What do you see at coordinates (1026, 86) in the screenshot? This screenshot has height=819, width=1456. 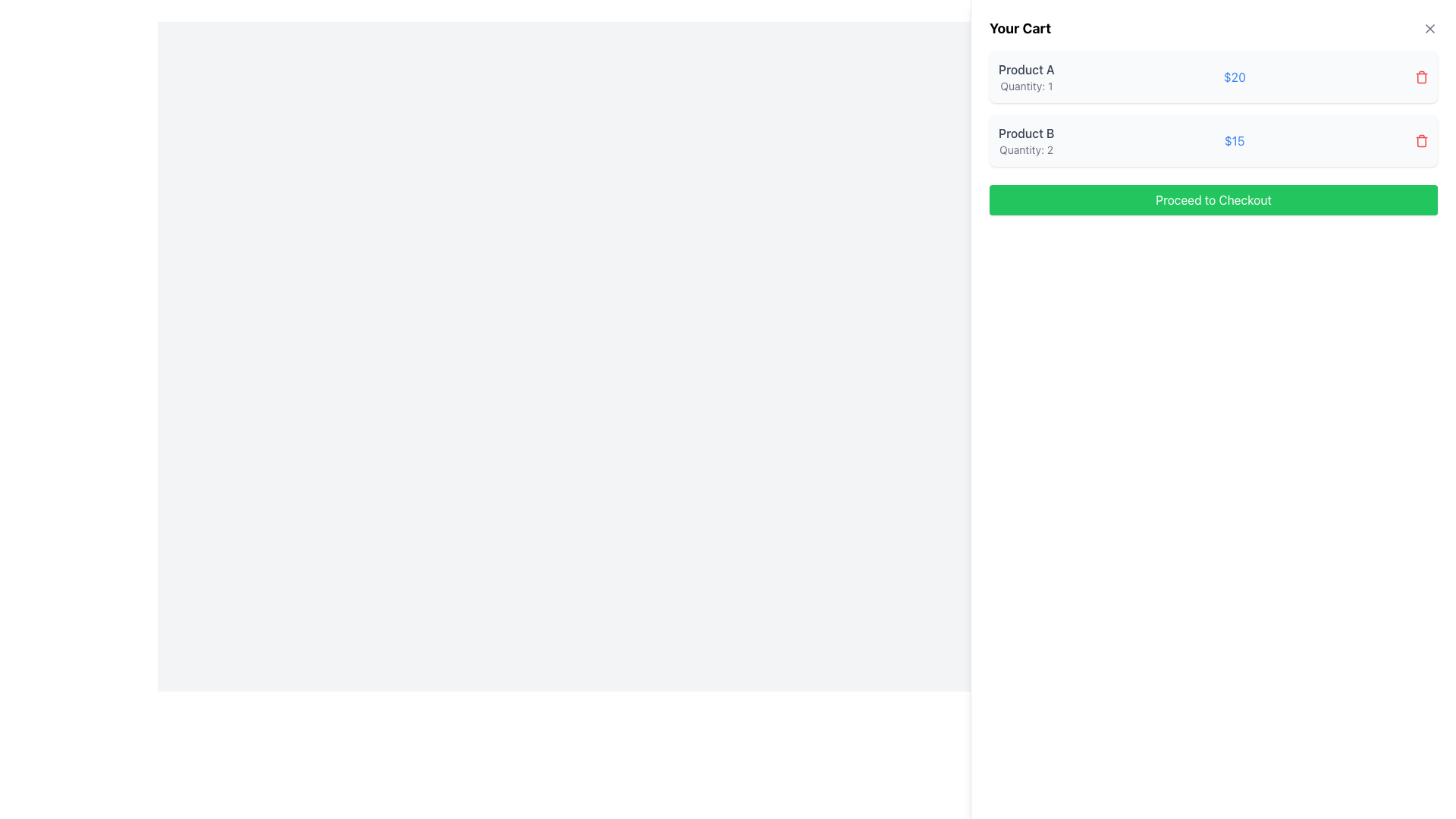 I see `the text label that displays the quantity of 'Product A' currently selected in the cart, located directly below the 'Product A' label in the cart summary section` at bounding box center [1026, 86].